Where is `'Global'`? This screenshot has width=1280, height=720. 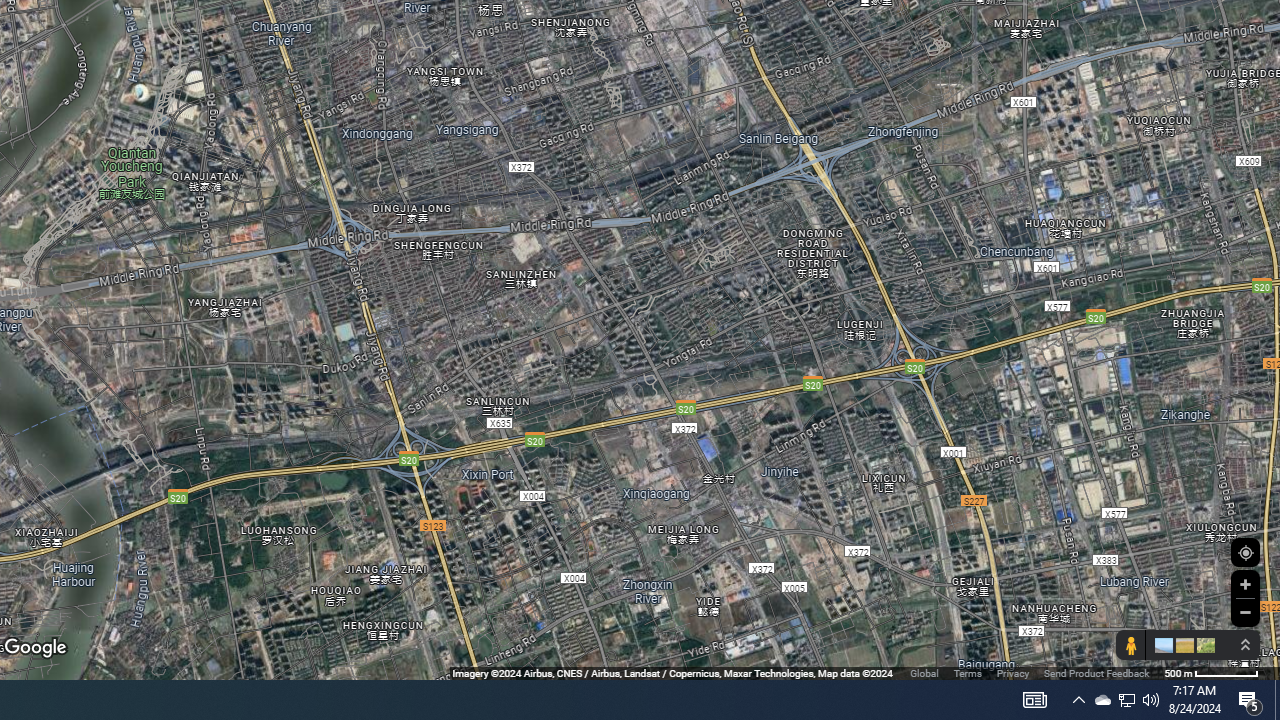
'Global' is located at coordinates (923, 673).